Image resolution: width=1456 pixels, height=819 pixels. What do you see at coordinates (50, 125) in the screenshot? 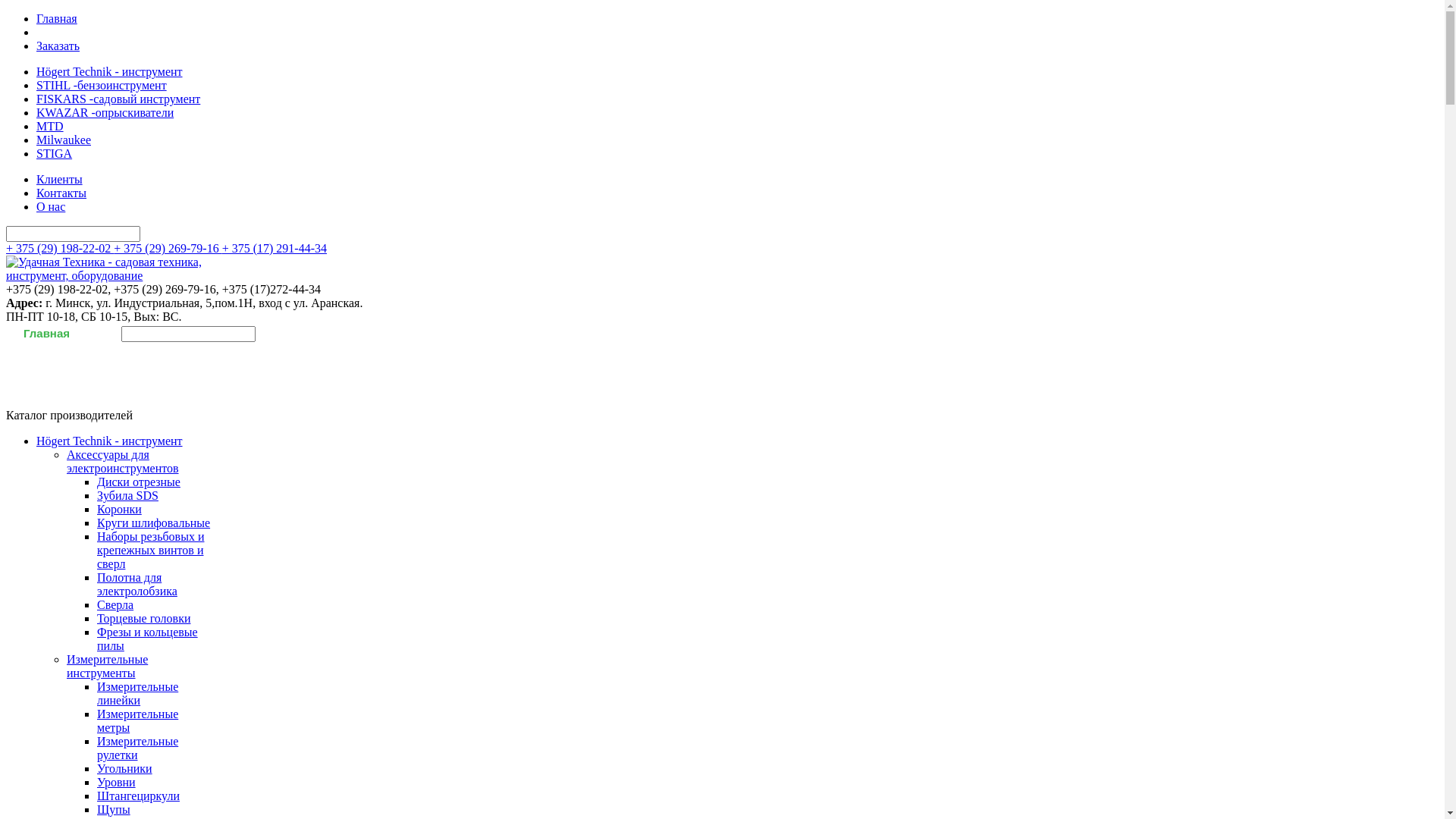
I see `'MTD'` at bounding box center [50, 125].